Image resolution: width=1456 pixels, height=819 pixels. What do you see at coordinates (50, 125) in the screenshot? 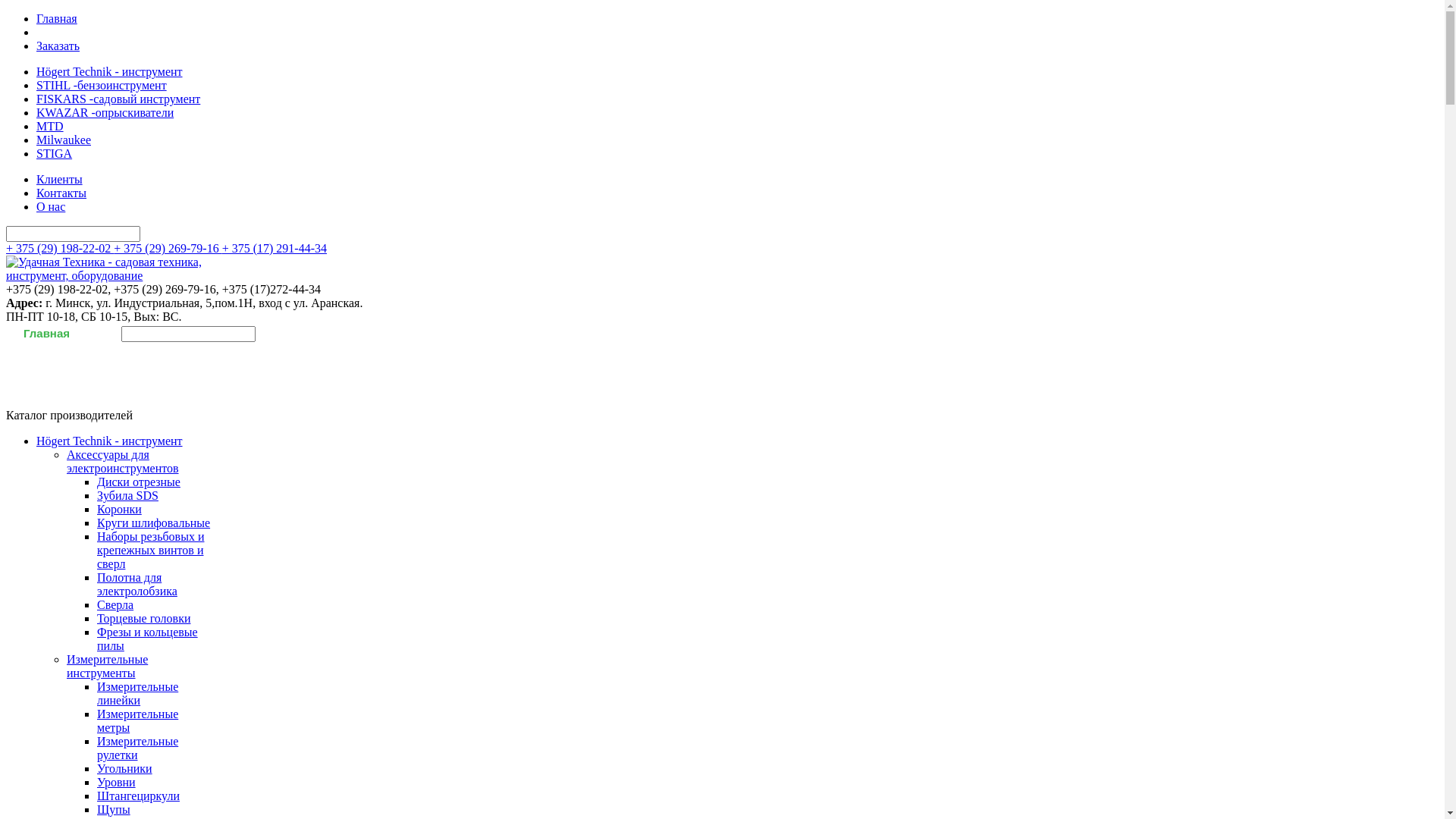
I see `'MTD'` at bounding box center [50, 125].